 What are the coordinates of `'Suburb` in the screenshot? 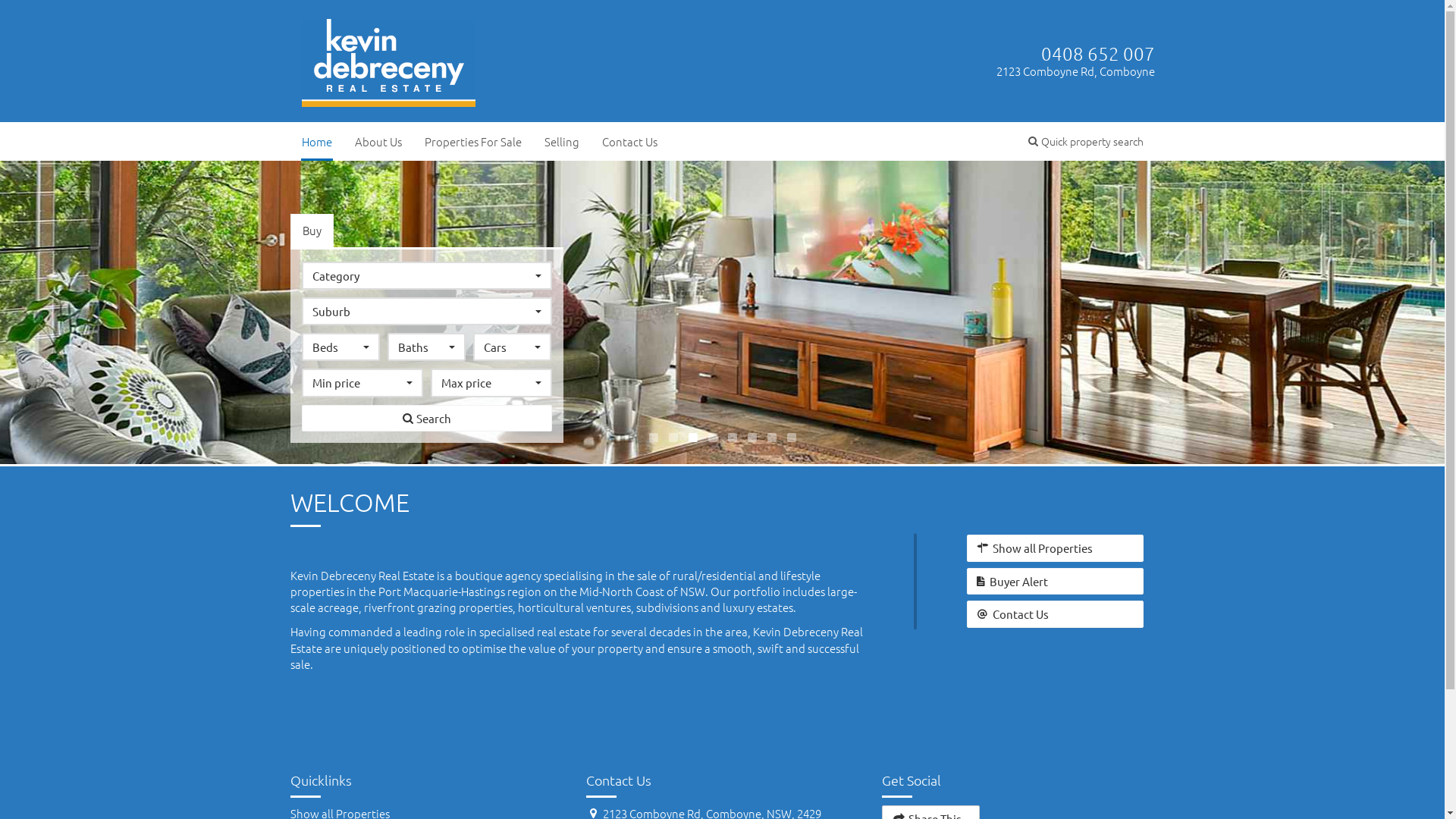 It's located at (425, 310).